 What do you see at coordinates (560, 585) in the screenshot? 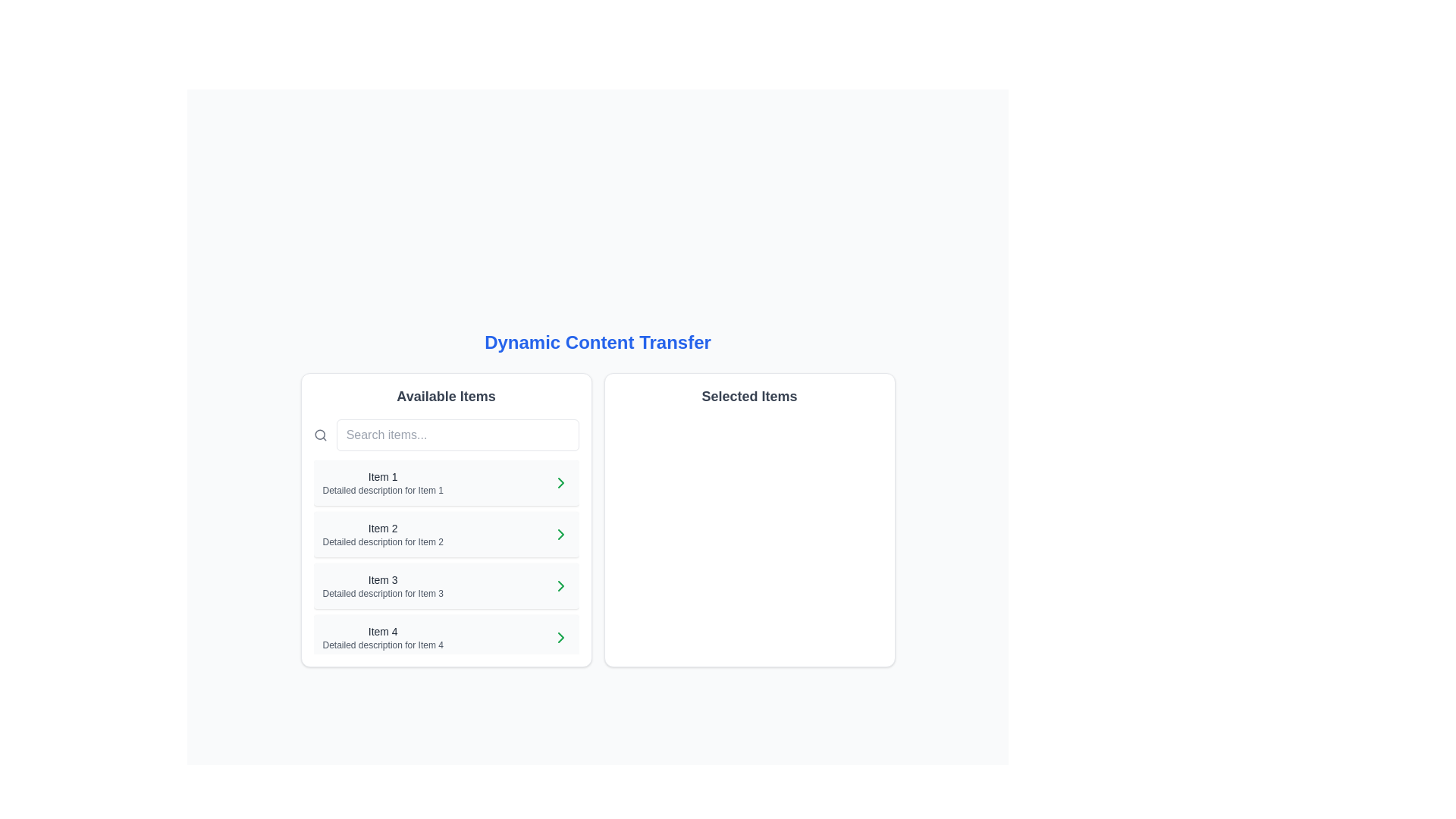
I see `the navigational icon located to the far right of the third item` at bounding box center [560, 585].